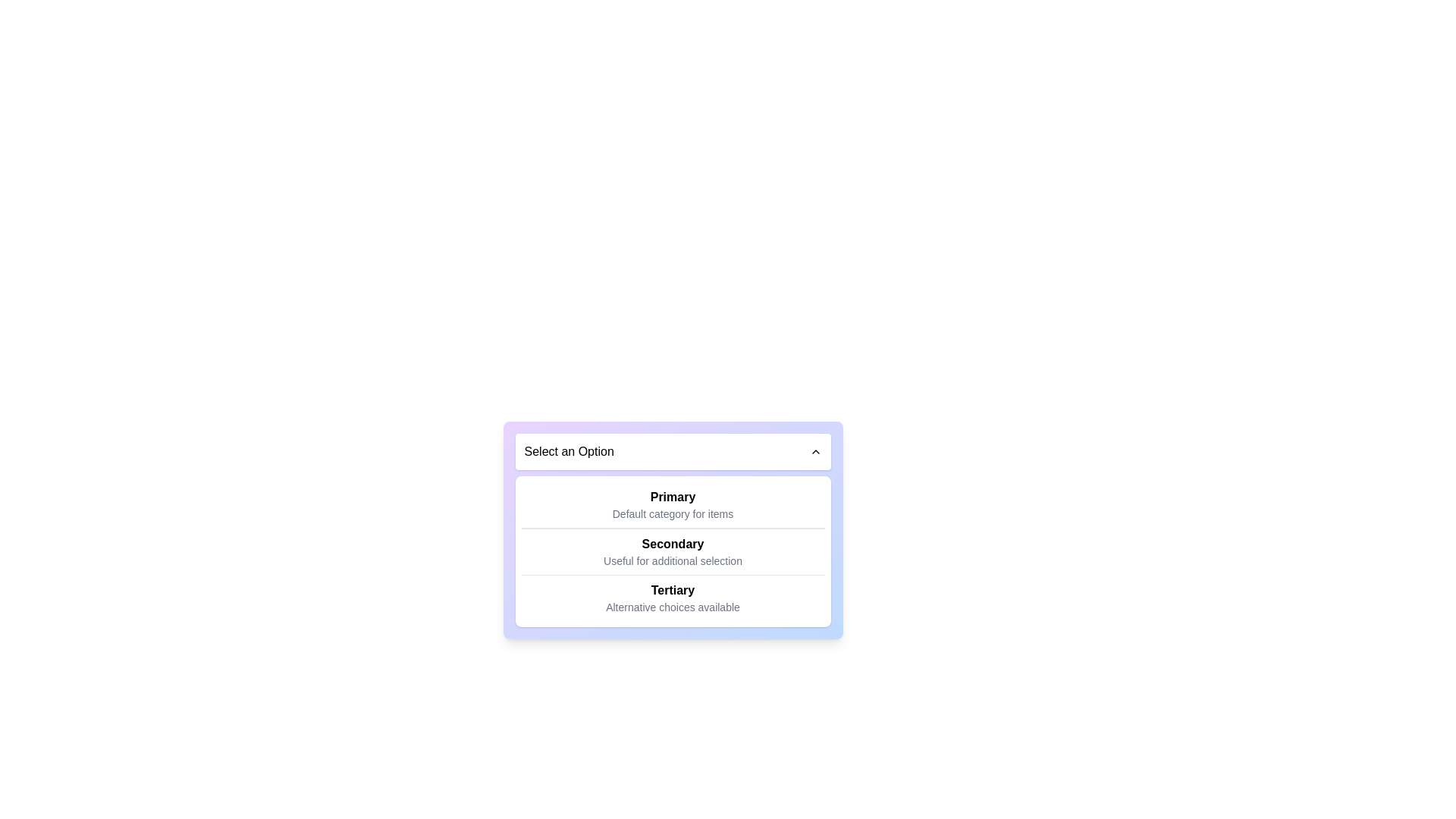  What do you see at coordinates (672, 505) in the screenshot?
I see `the first list item labeled 'Primary' which has a description 'Default category for items'` at bounding box center [672, 505].